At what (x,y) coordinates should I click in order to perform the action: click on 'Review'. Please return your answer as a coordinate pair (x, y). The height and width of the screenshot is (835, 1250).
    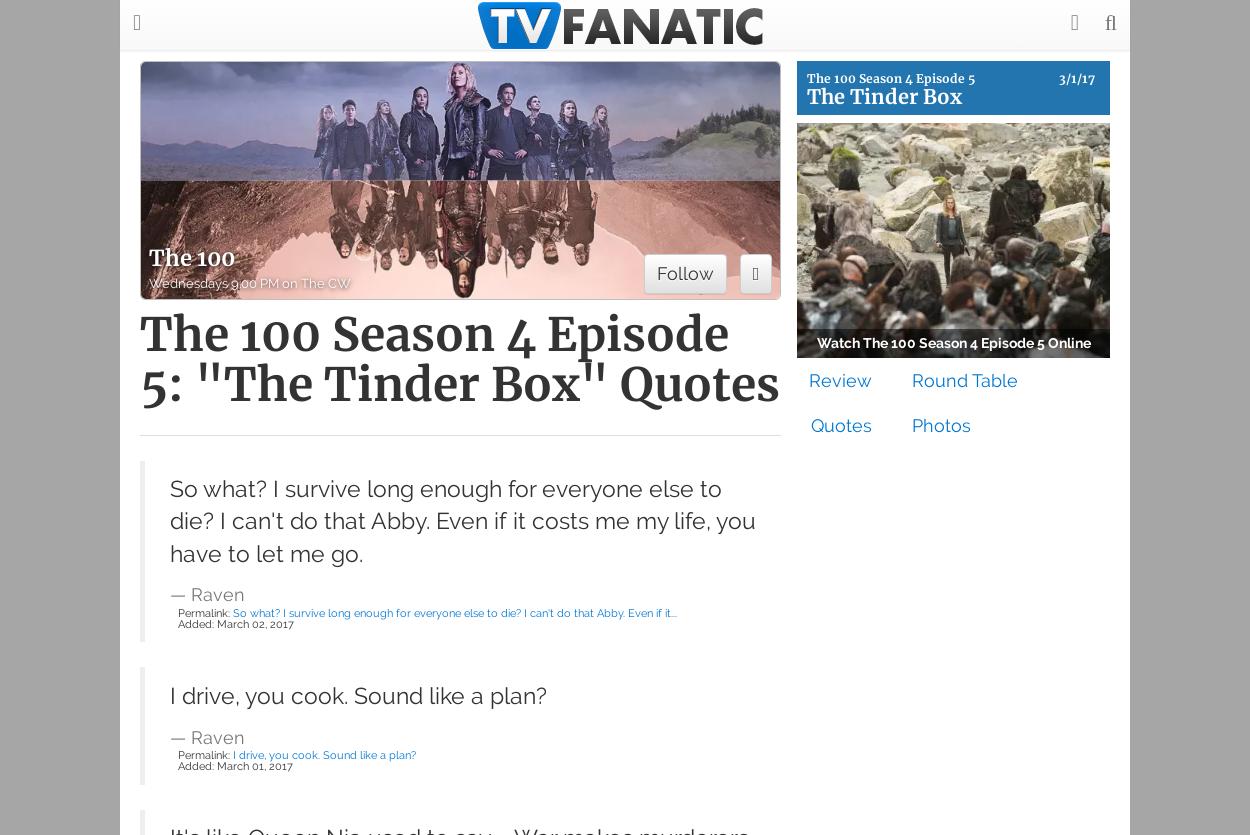
    Looking at the image, I should click on (839, 379).